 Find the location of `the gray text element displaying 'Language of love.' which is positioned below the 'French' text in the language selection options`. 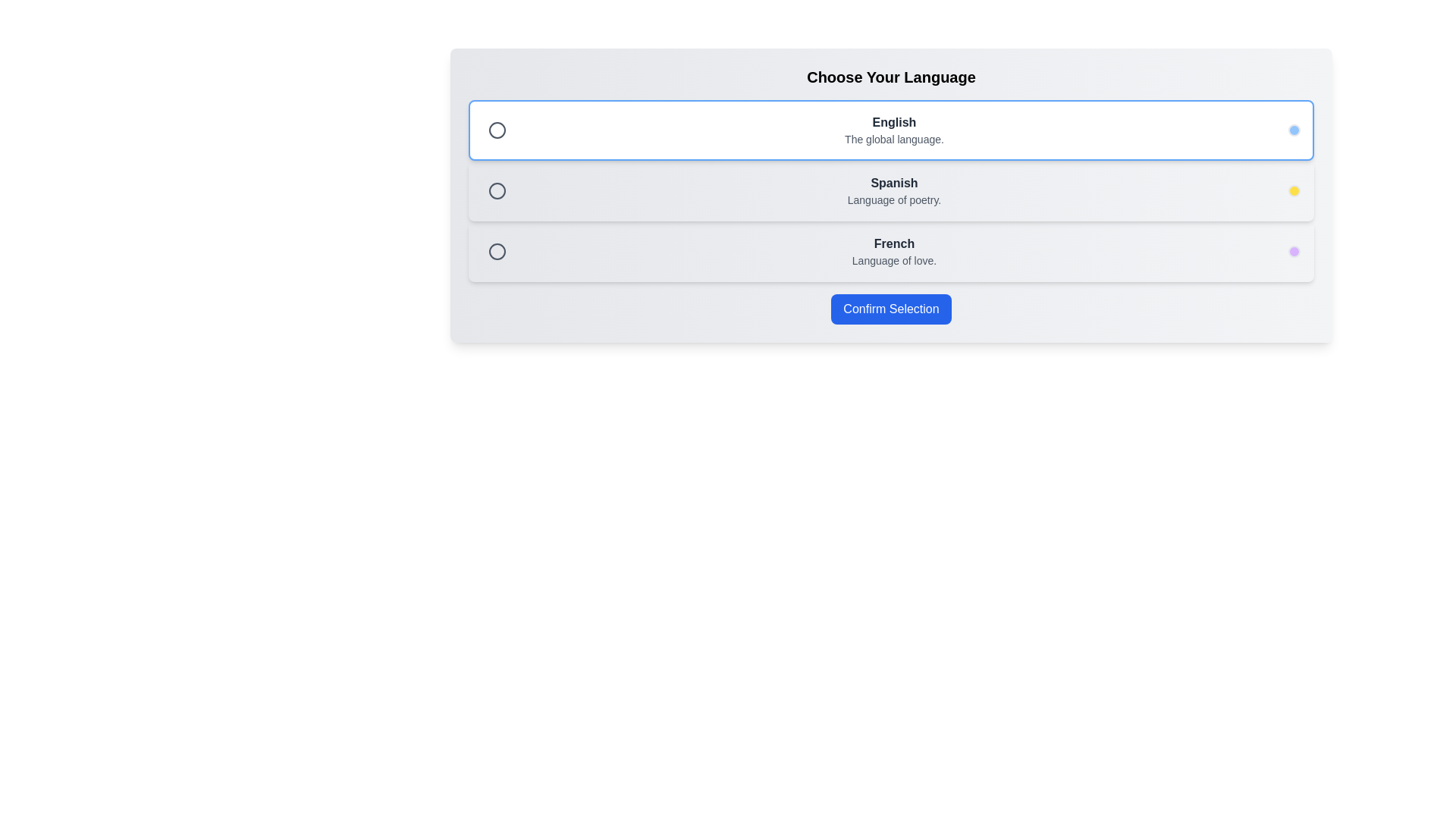

the gray text element displaying 'Language of love.' which is positioned below the 'French' text in the language selection options is located at coordinates (894, 259).